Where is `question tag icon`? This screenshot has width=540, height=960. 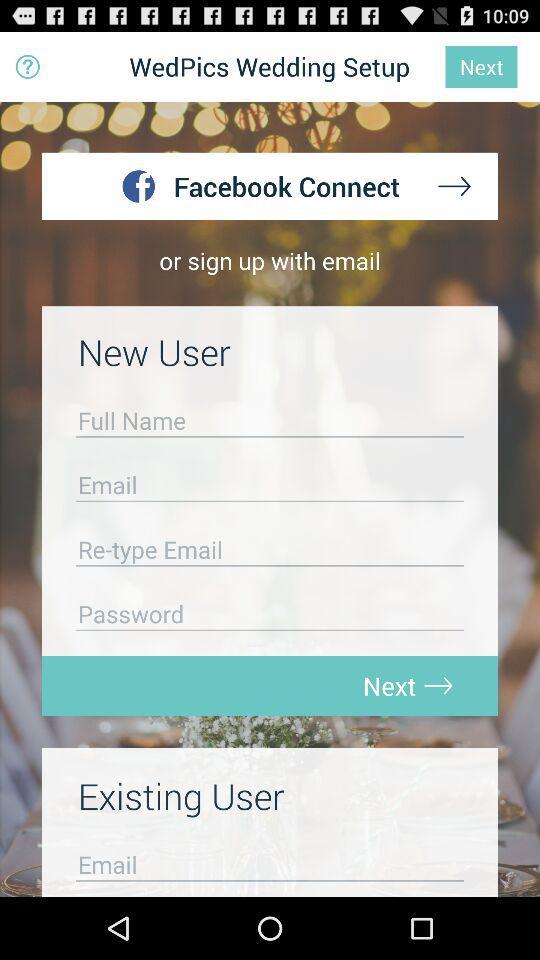 question tag icon is located at coordinates (27, 67).